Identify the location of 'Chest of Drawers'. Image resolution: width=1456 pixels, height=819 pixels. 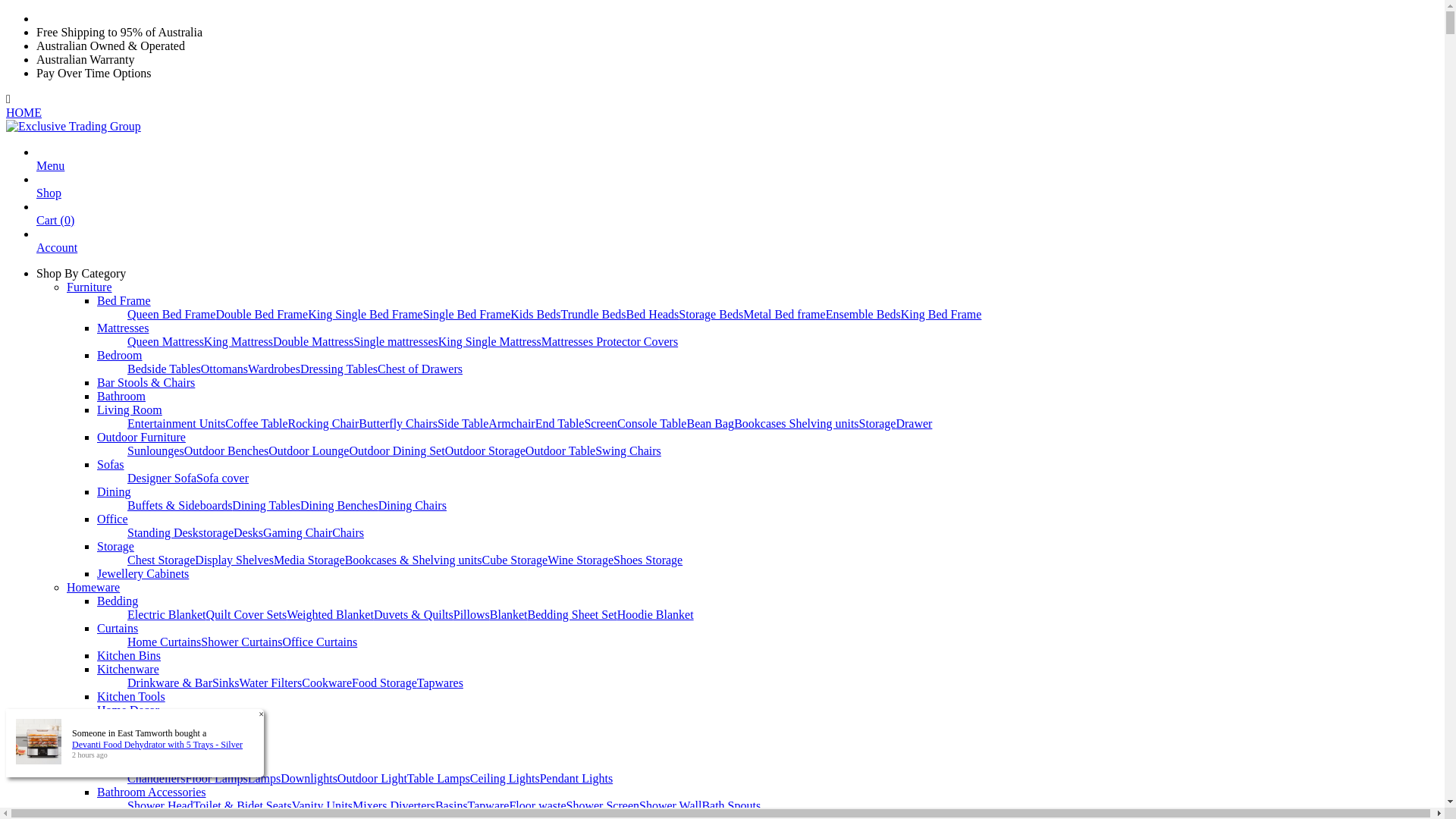
(419, 369).